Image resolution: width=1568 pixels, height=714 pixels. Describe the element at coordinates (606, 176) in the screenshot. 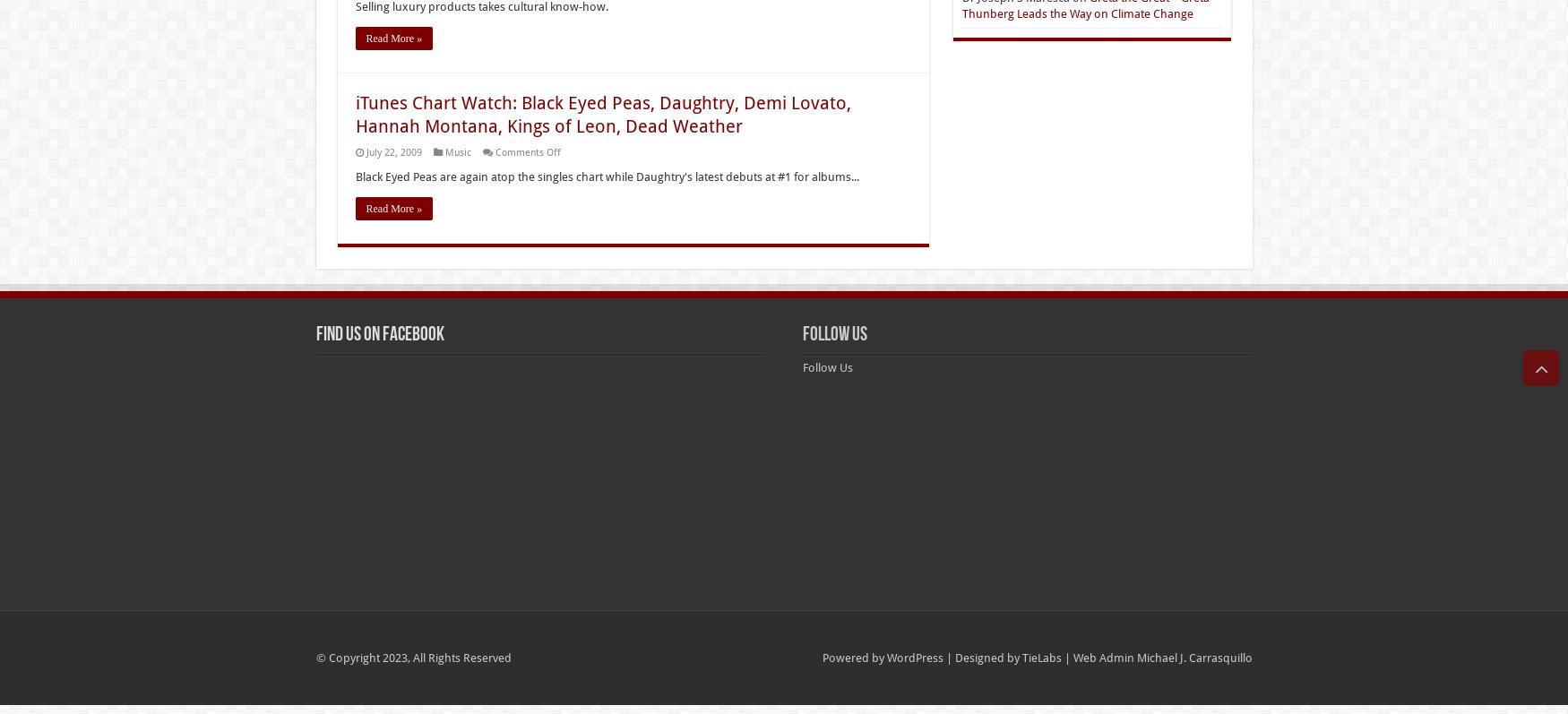

I see `'Black Eyed Peas are again atop the singles chart while Daughtry's latest debuts at #1 for albums...'` at that location.